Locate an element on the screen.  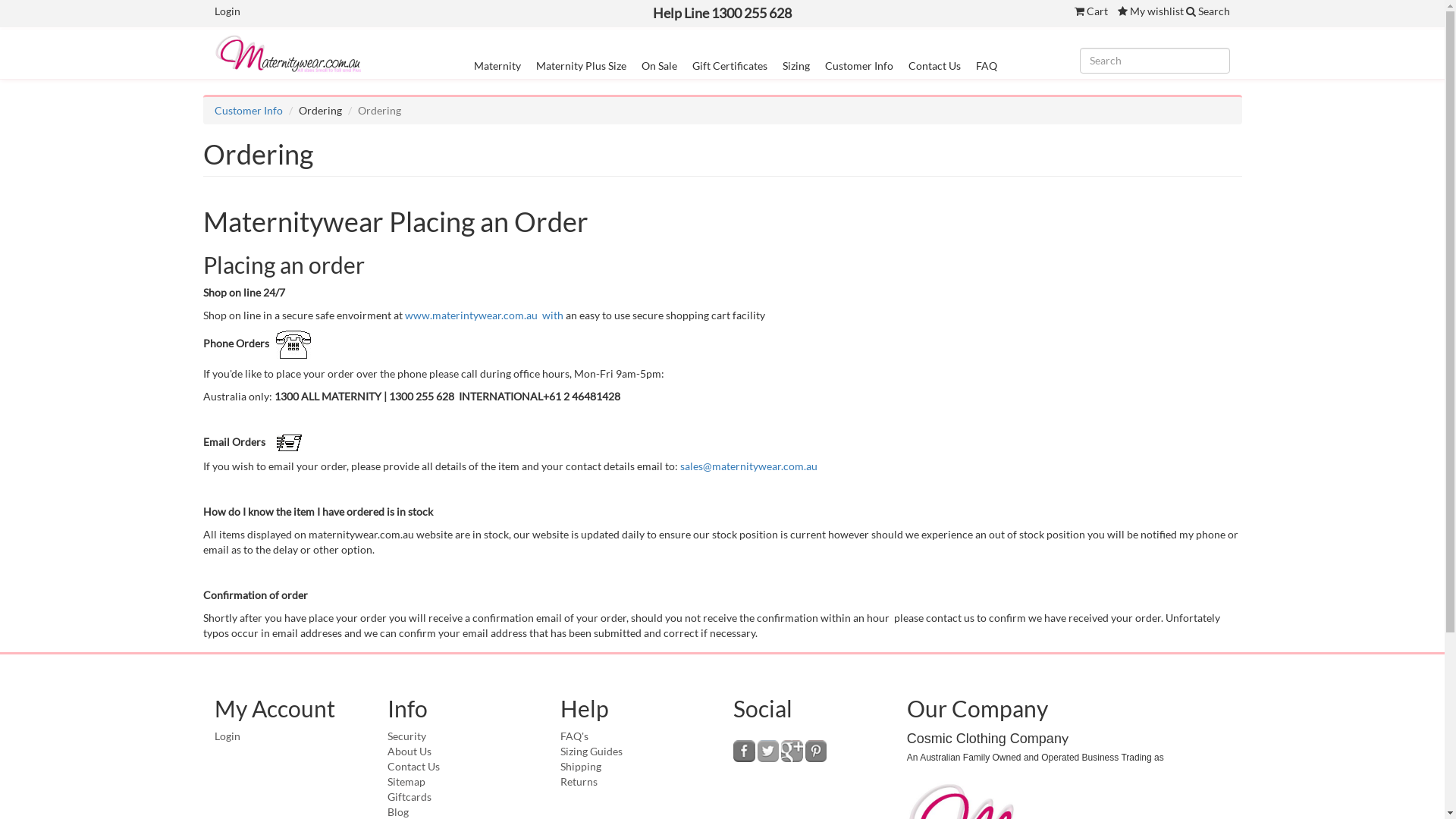
'On Sale' is located at coordinates (659, 64).